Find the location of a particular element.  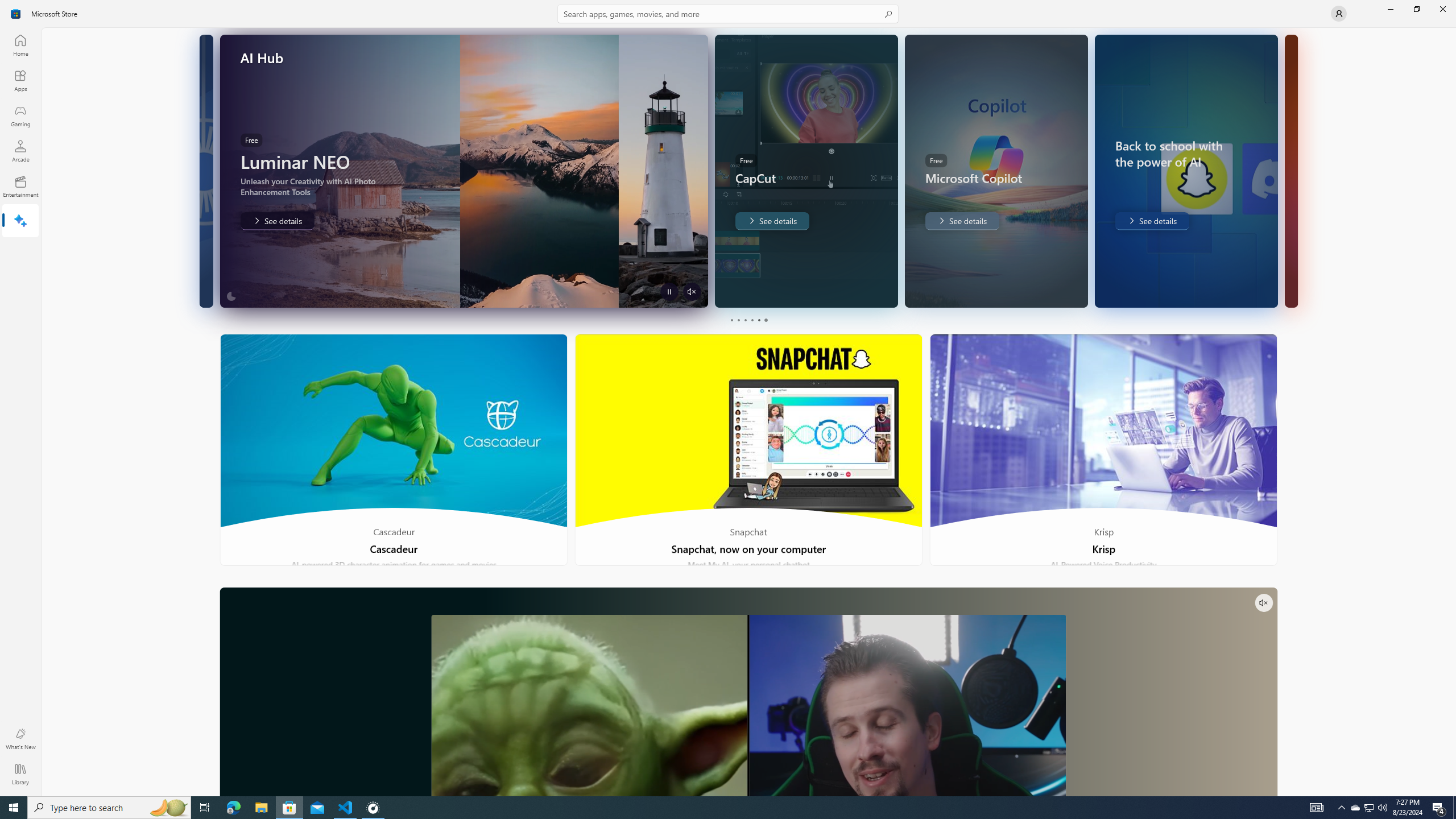

'What' is located at coordinates (19, 738).